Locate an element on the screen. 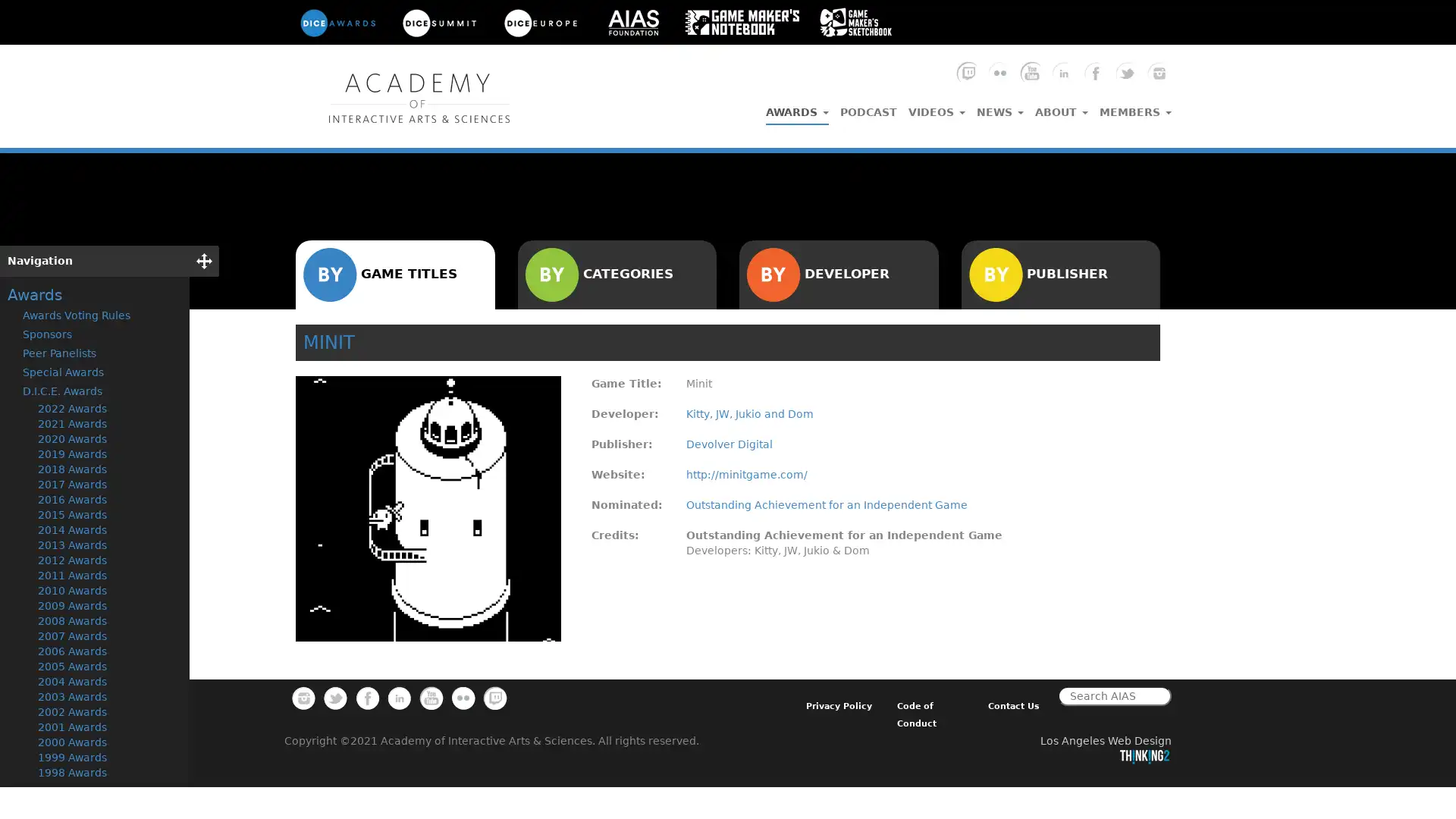 This screenshot has width=1456, height=819. NEWS is located at coordinates (1000, 107).